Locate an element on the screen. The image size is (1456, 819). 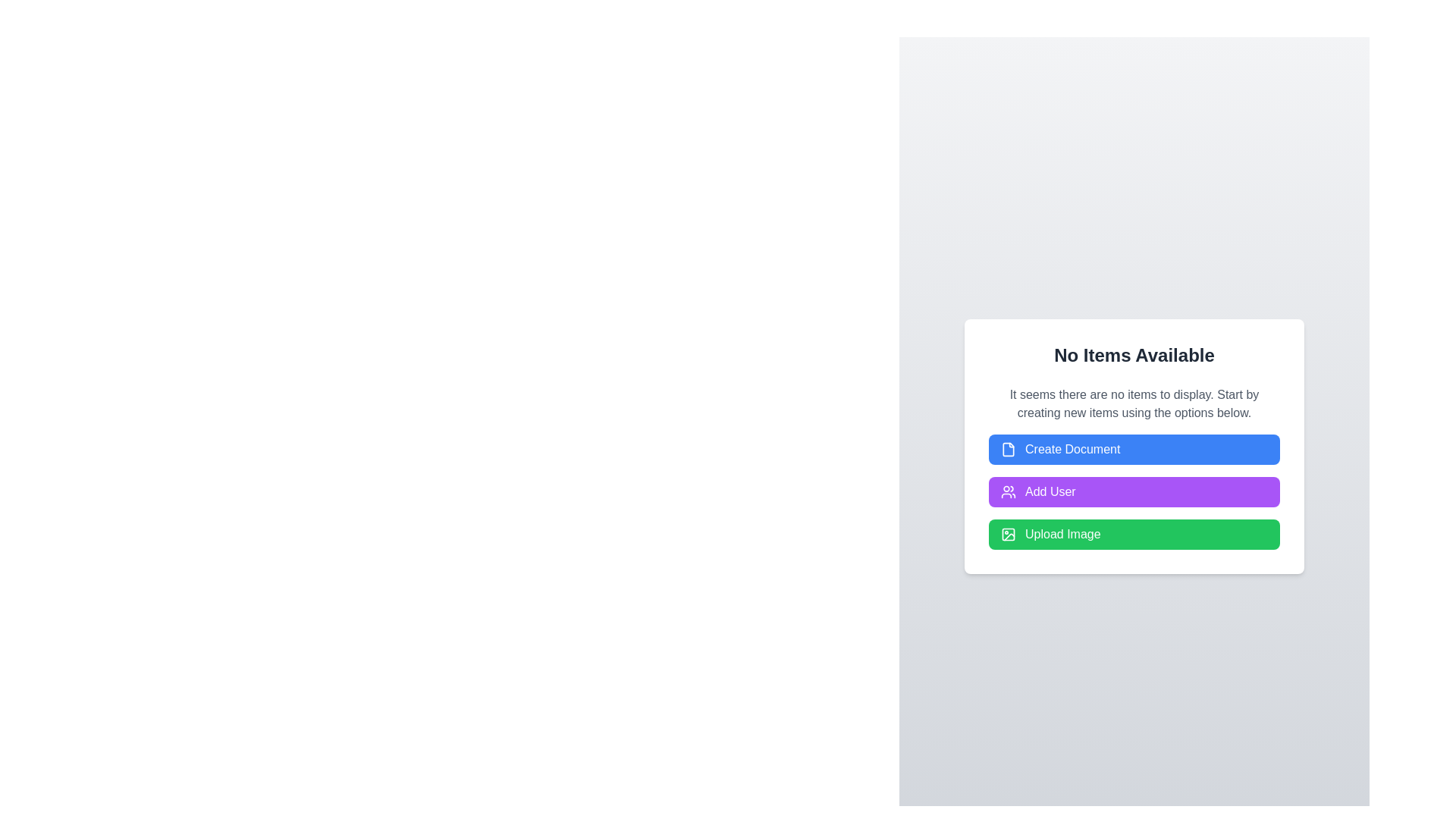
the button that initiates the action of adding a new user, which is centrally located between the 'Create Document' button and the 'Upload Image' button is located at coordinates (1134, 491).